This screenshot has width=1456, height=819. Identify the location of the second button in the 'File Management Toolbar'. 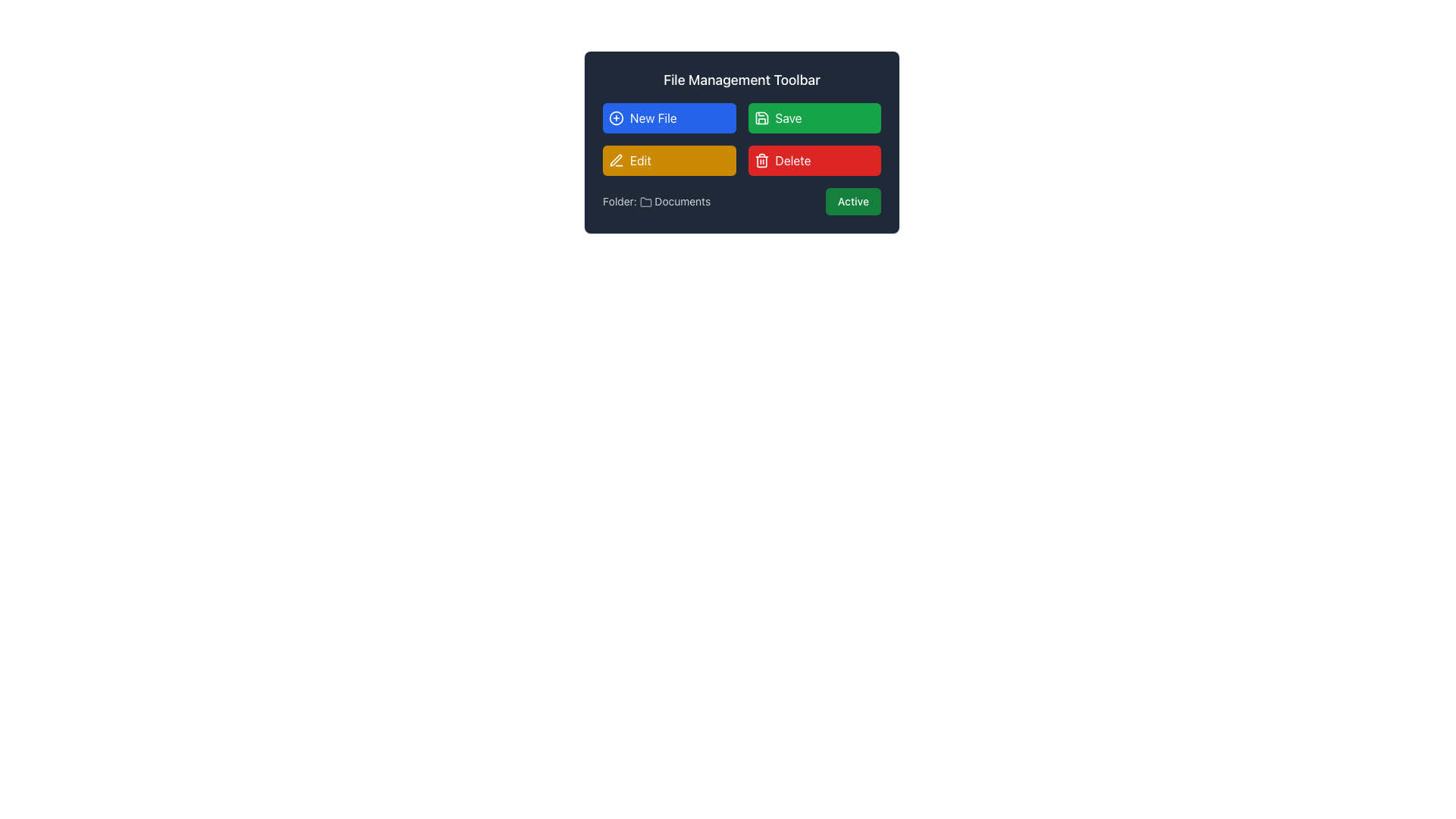
(814, 117).